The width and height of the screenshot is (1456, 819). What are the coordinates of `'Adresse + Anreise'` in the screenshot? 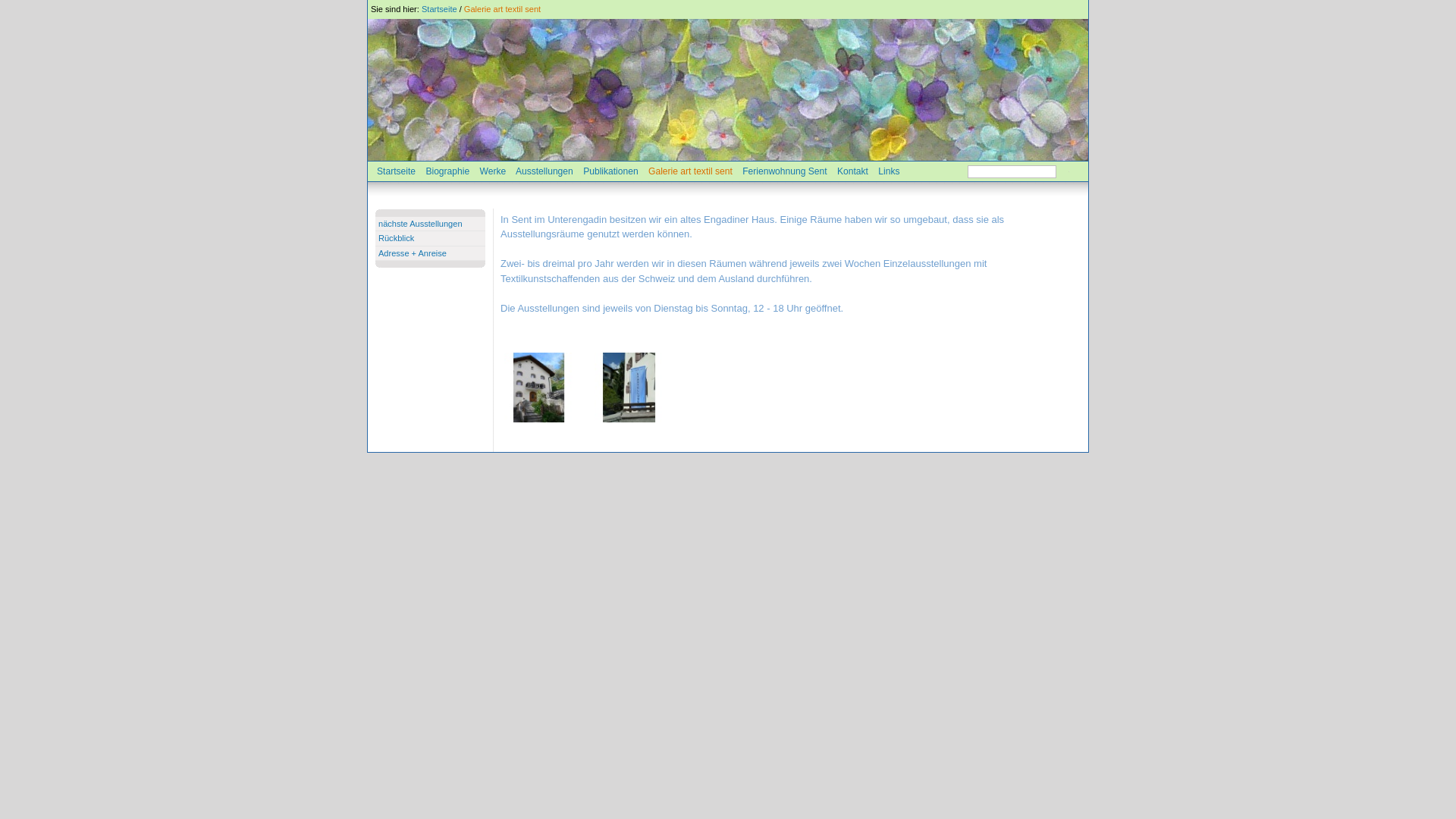 It's located at (412, 253).